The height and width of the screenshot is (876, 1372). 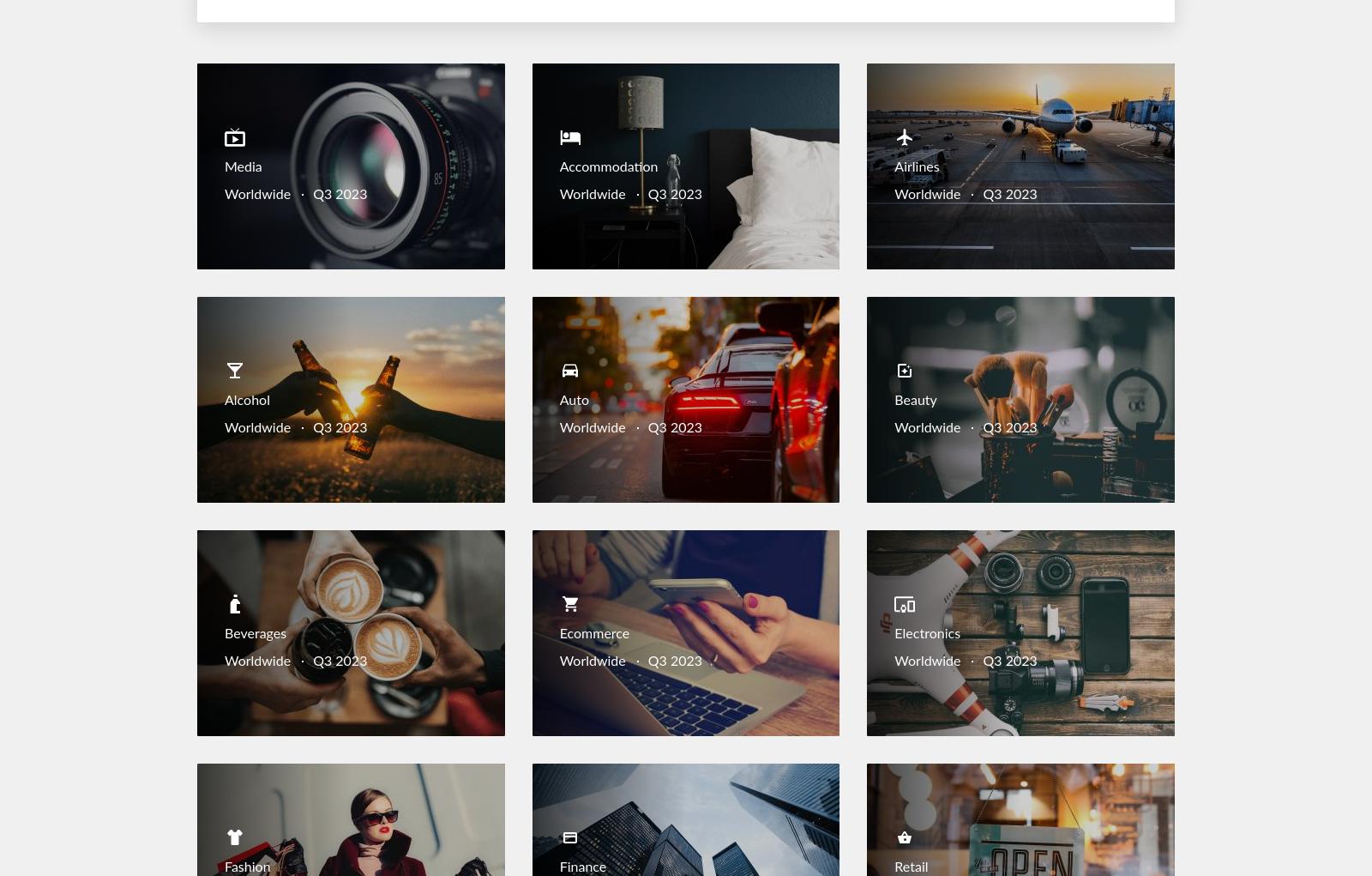 What do you see at coordinates (574, 401) in the screenshot?
I see `'Auto'` at bounding box center [574, 401].